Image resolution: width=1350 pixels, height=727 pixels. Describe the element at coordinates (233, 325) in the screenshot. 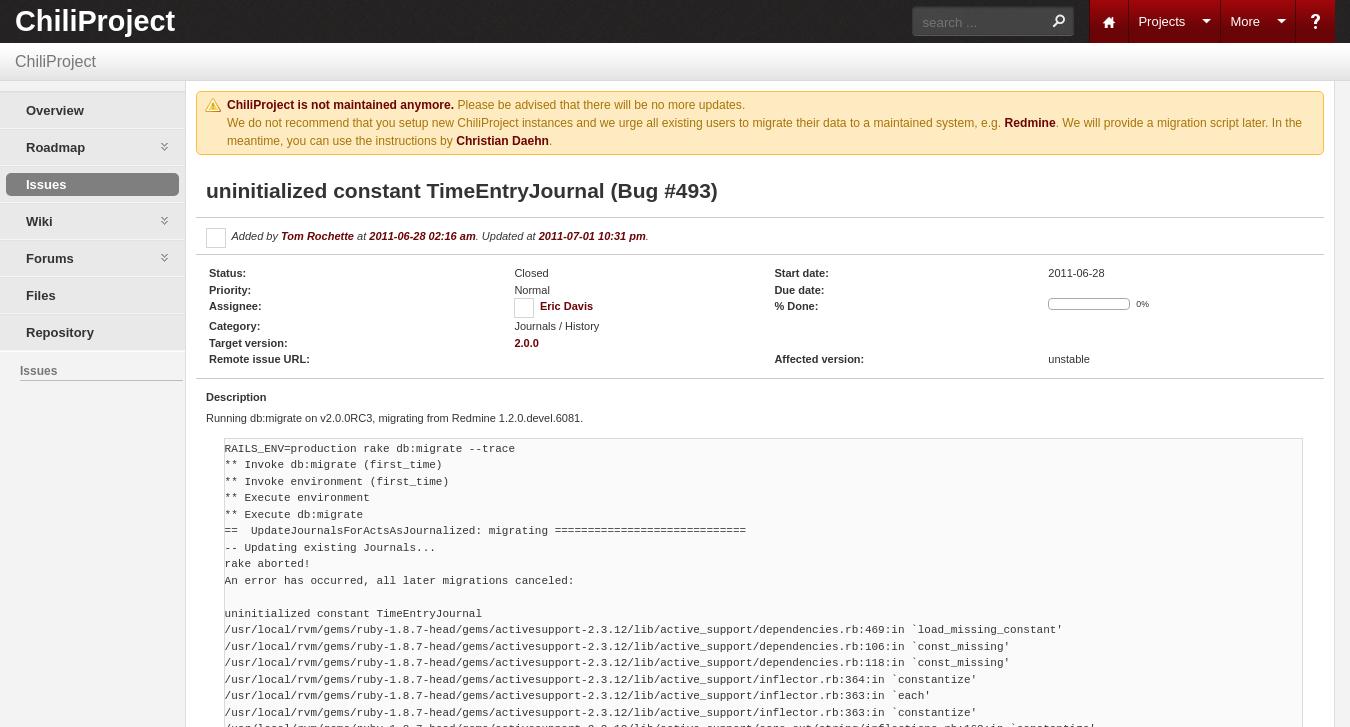

I see `'Category:'` at that location.